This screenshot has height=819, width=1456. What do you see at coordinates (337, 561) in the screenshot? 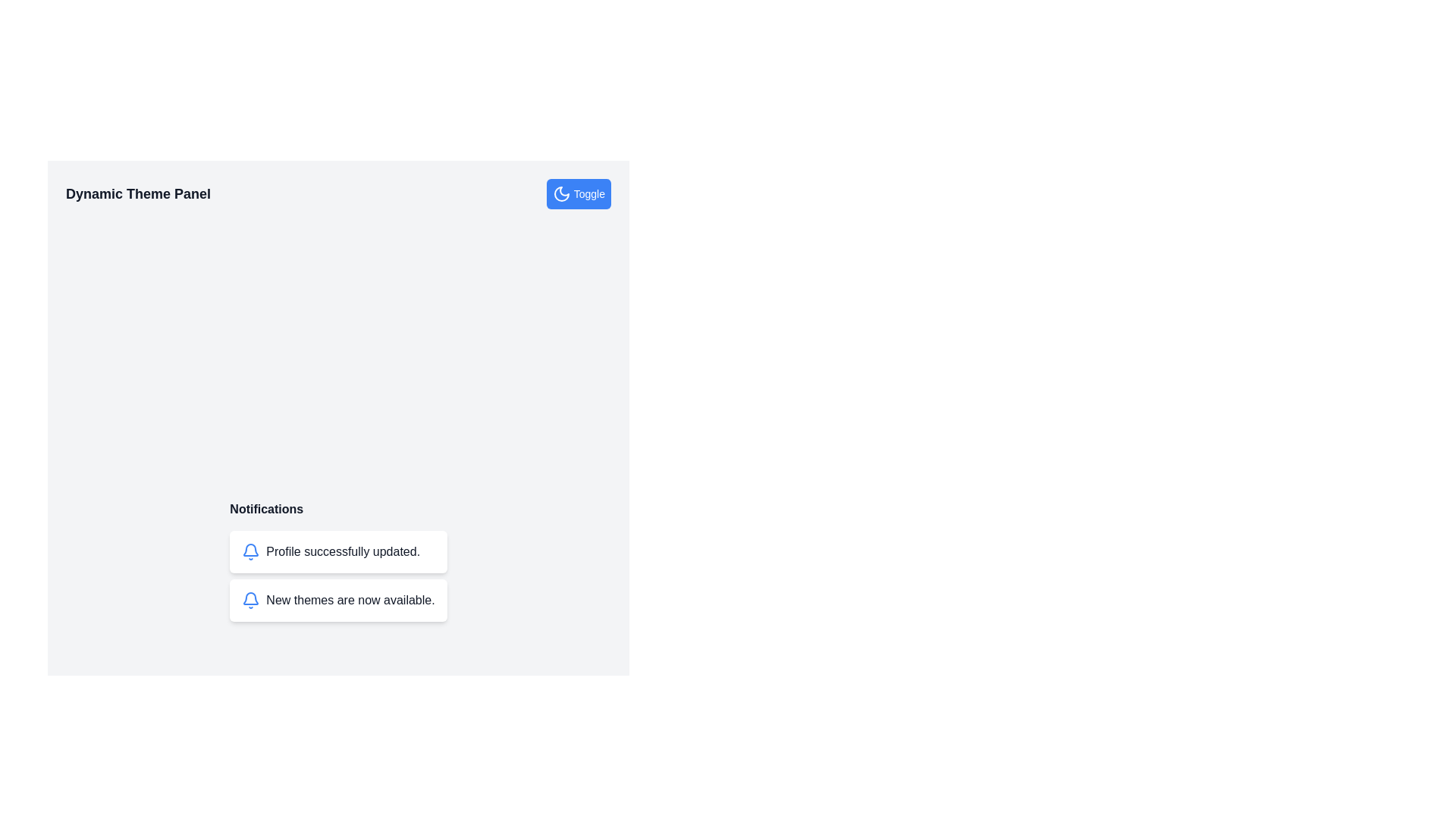
I see `the Notification panel, which has a light gray background and contains notifications with a bell icon and text messages, located below the 'Dynamic Theme Panel'` at bounding box center [337, 561].